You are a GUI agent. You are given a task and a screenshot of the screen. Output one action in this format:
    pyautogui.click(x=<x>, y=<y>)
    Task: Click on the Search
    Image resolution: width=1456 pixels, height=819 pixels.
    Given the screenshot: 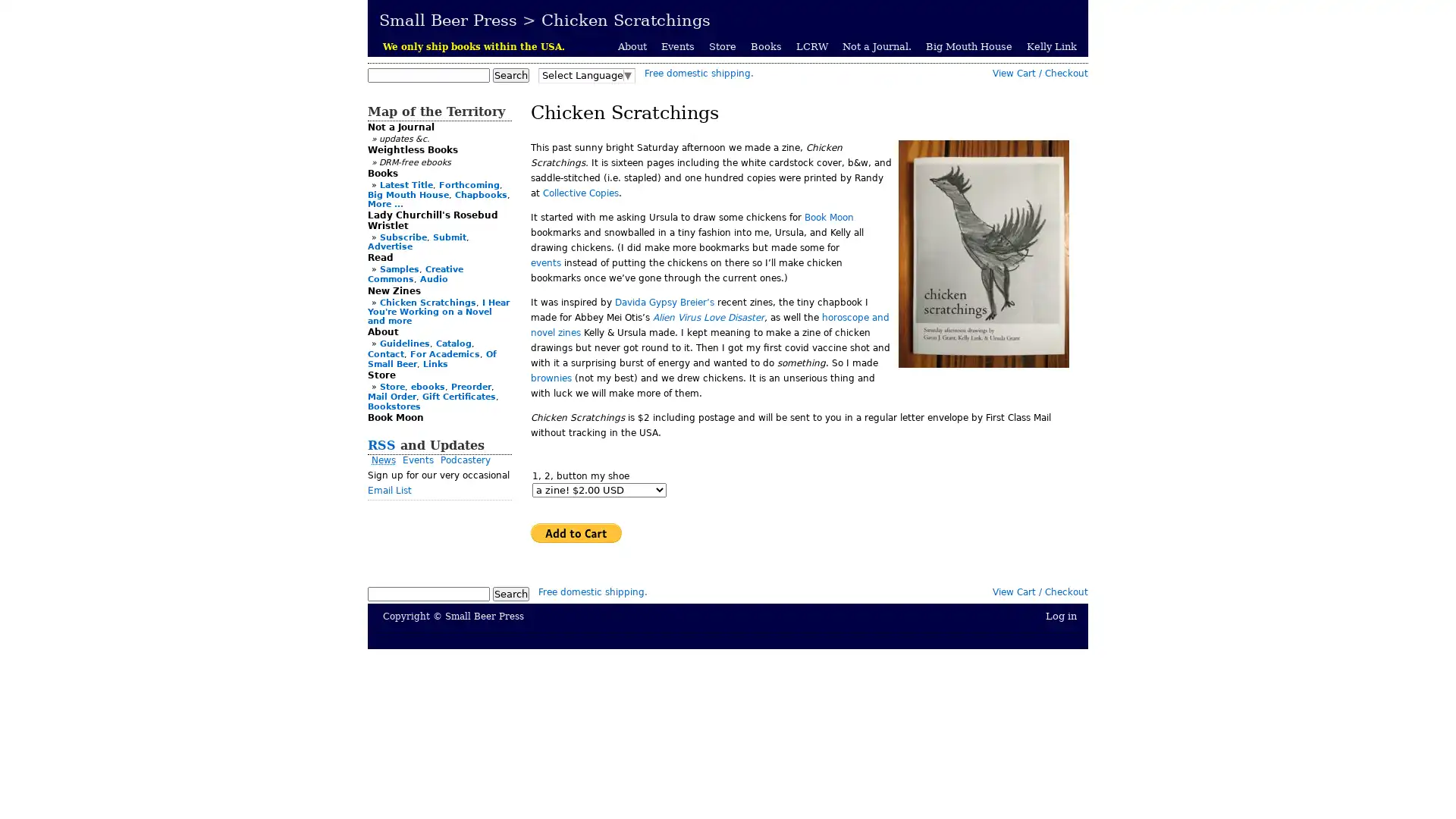 What is the action you would take?
    pyautogui.click(x=510, y=593)
    